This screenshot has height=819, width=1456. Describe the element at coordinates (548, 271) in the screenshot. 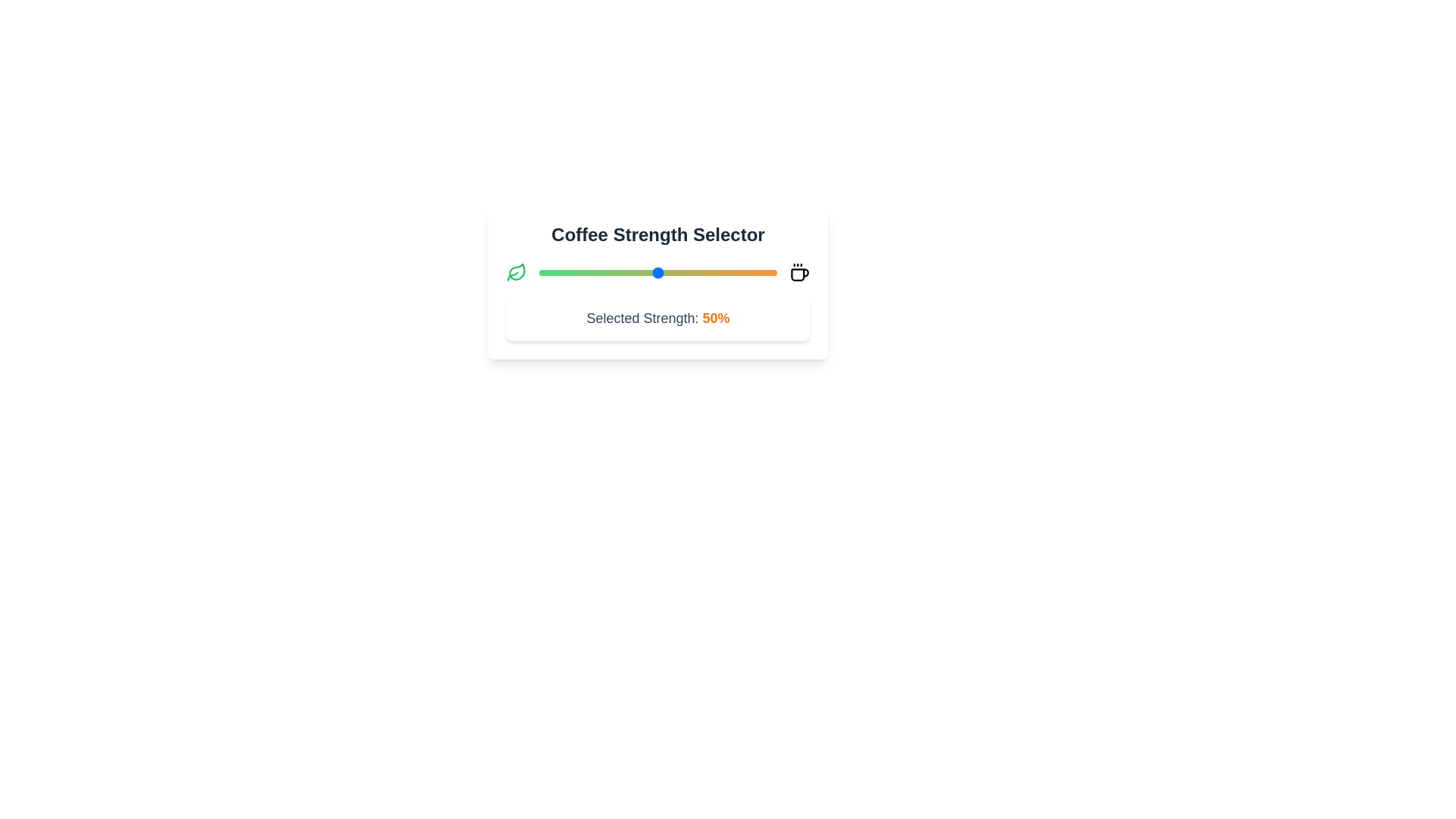

I see `the coffee strength slider to 4%` at that location.